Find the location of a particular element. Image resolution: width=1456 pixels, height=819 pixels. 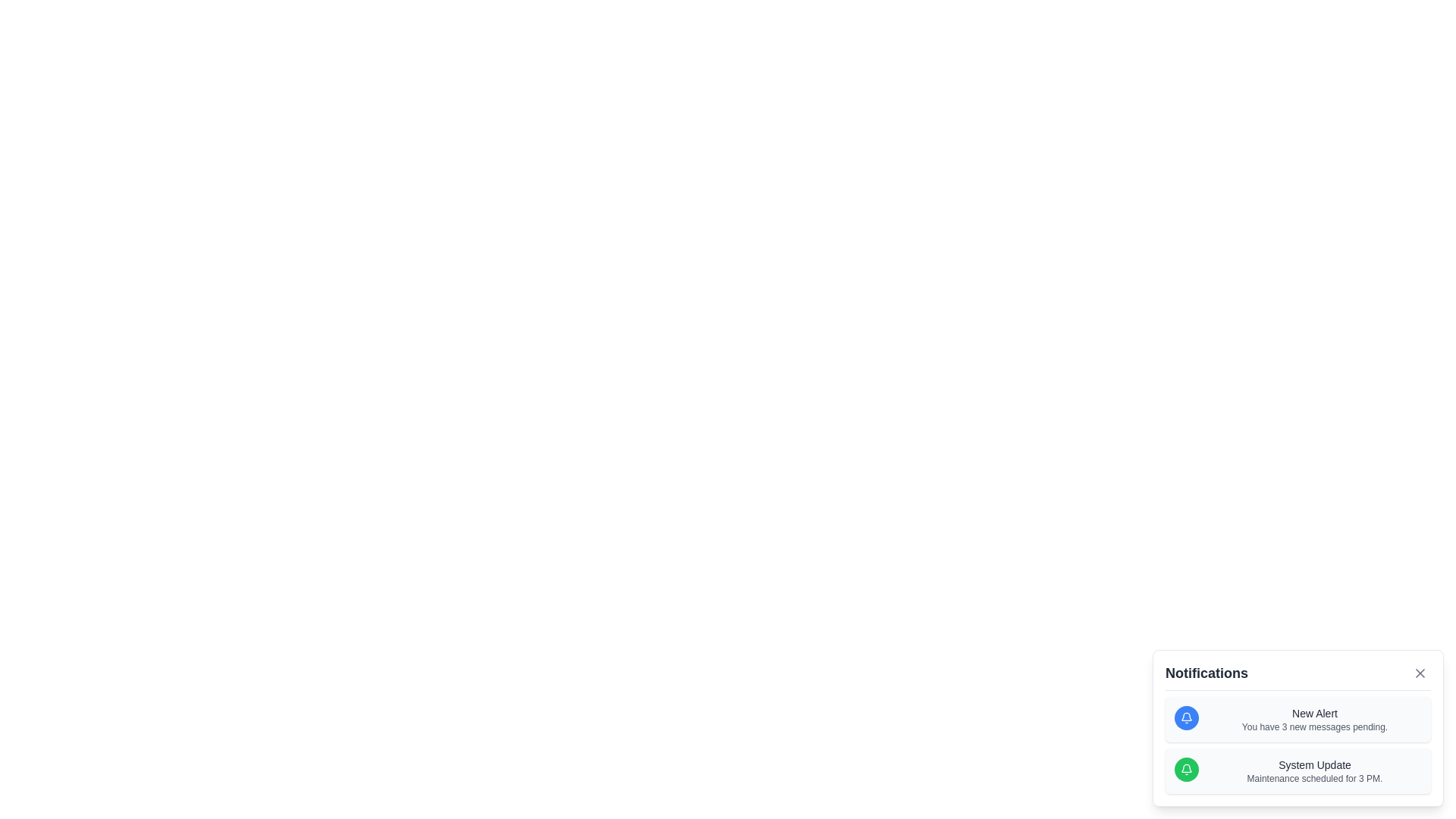

the bell icon located at the top right of the notification box to interact with it and view notifications or alerts is located at coordinates (1185, 768).